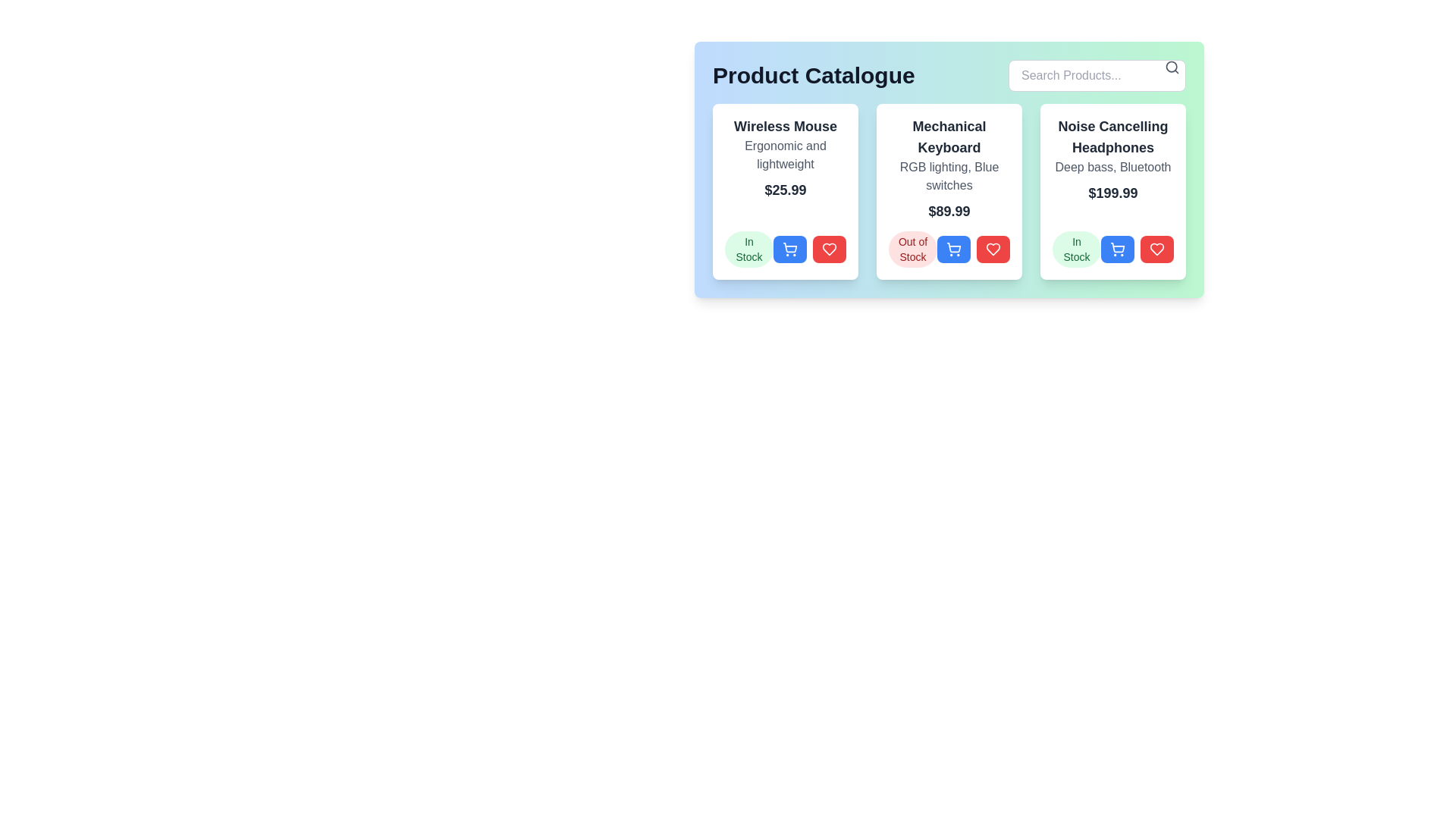  I want to click on the shopping cart button with a blue circular background and a white cart icon, positioned next to a red 'Out of Stock' label and a red heart icon, for keyboard interaction, so click(949, 248).